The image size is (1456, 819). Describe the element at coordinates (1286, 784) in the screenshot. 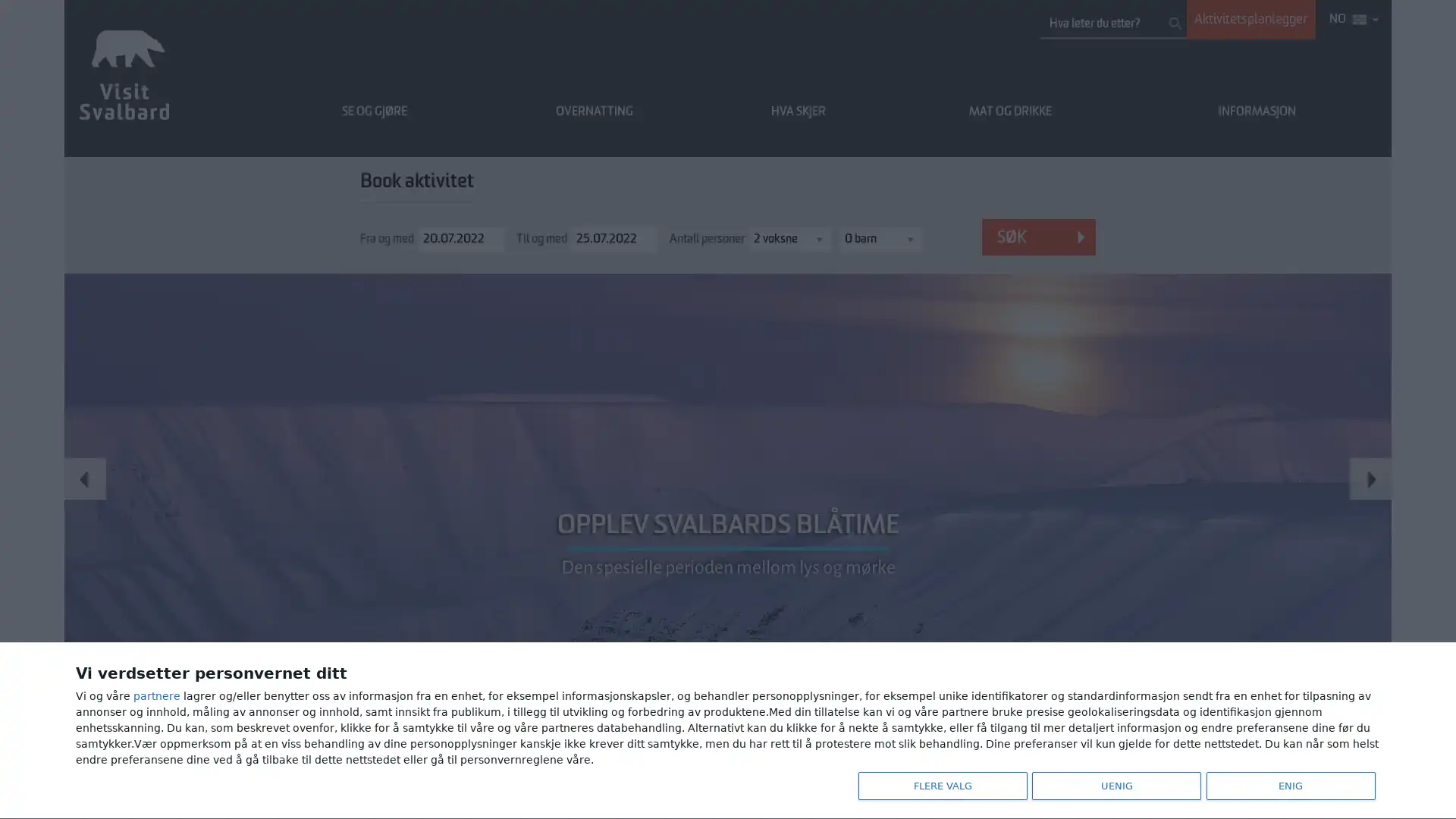

I see `ENIG` at that location.